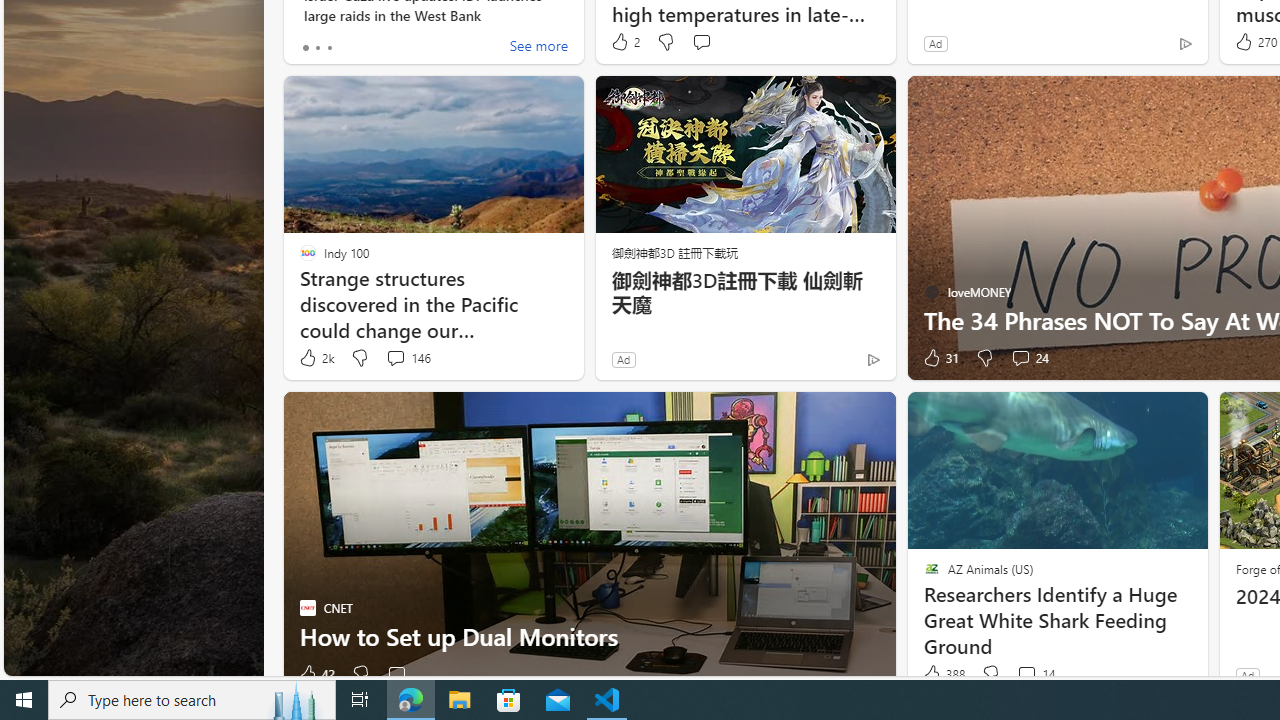 Image resolution: width=1280 pixels, height=720 pixels. I want to click on 'tab-0', so click(304, 46).